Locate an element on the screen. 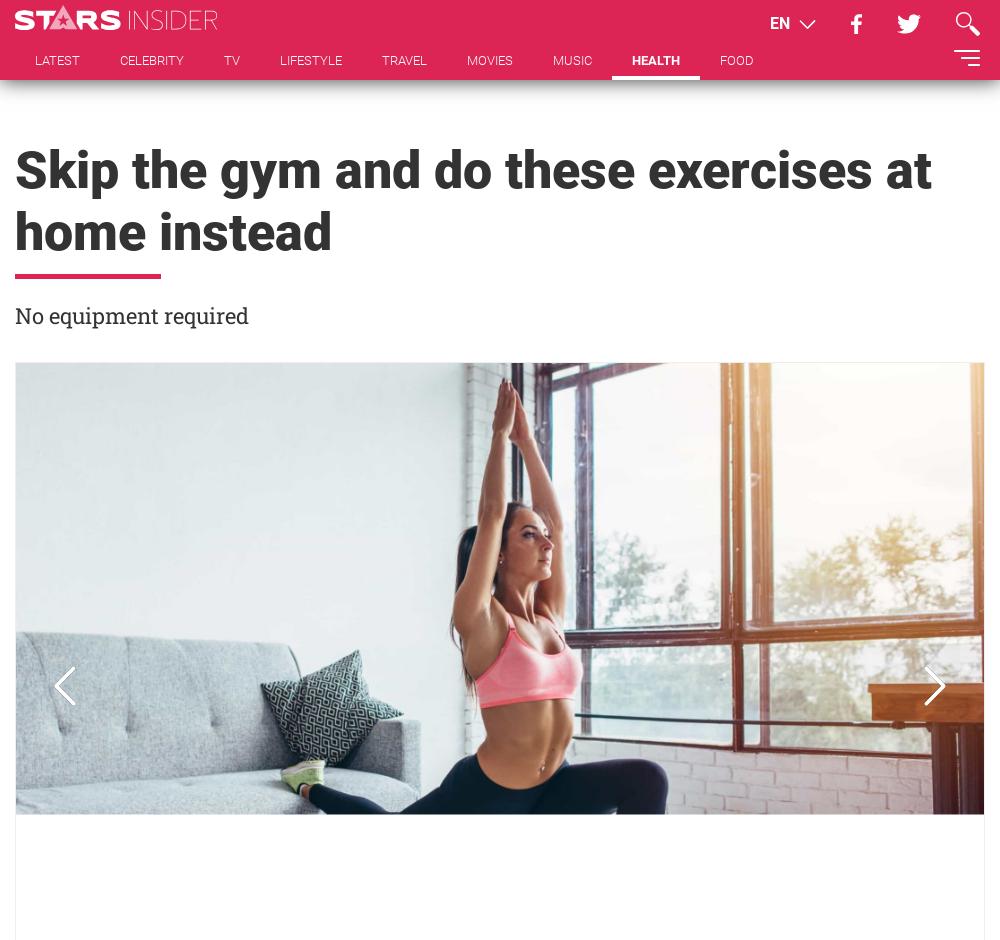 The width and height of the screenshot is (1000, 940). 'MUSIC' is located at coordinates (553, 59).